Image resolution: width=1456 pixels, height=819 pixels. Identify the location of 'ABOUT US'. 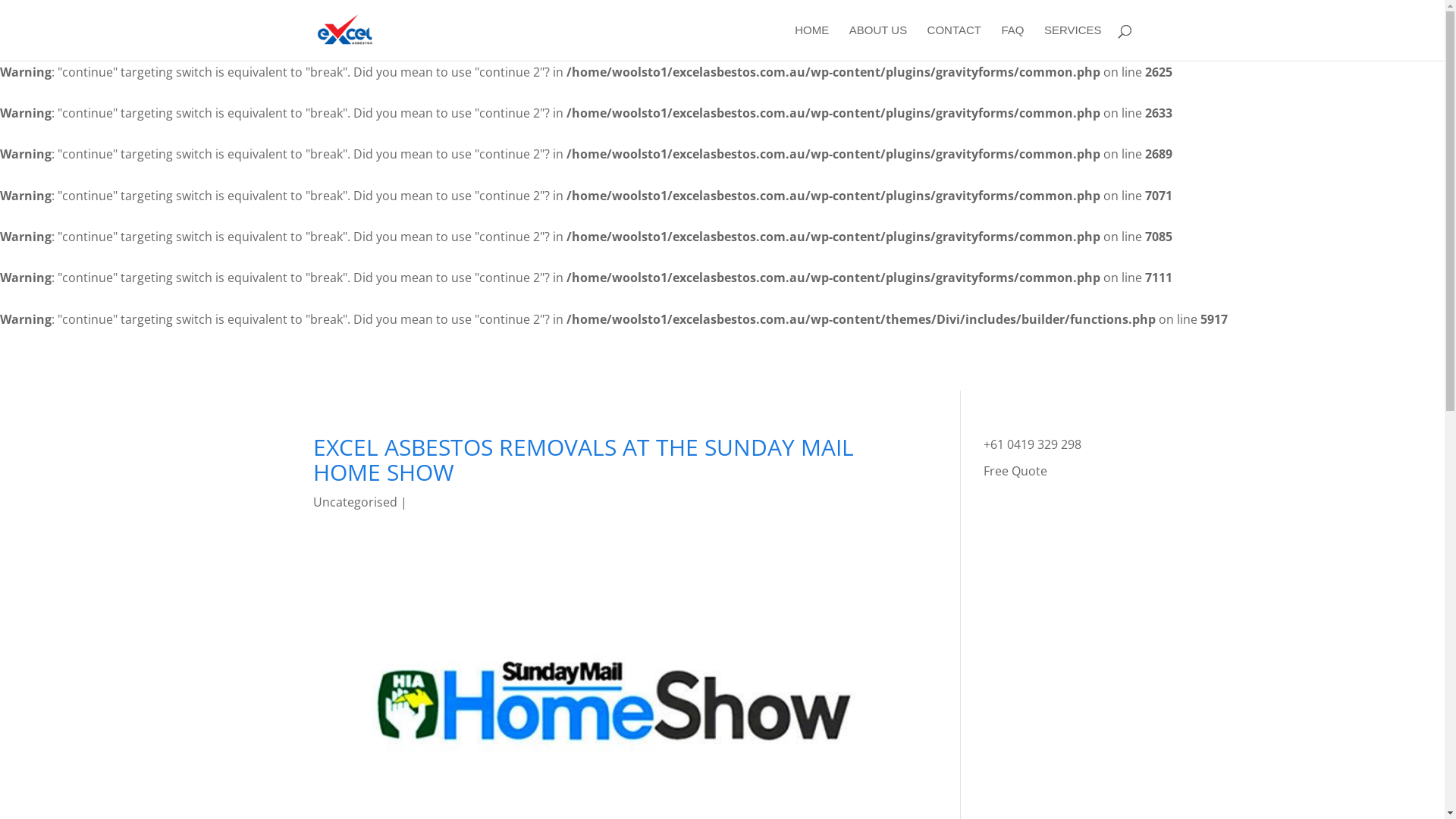
(877, 42).